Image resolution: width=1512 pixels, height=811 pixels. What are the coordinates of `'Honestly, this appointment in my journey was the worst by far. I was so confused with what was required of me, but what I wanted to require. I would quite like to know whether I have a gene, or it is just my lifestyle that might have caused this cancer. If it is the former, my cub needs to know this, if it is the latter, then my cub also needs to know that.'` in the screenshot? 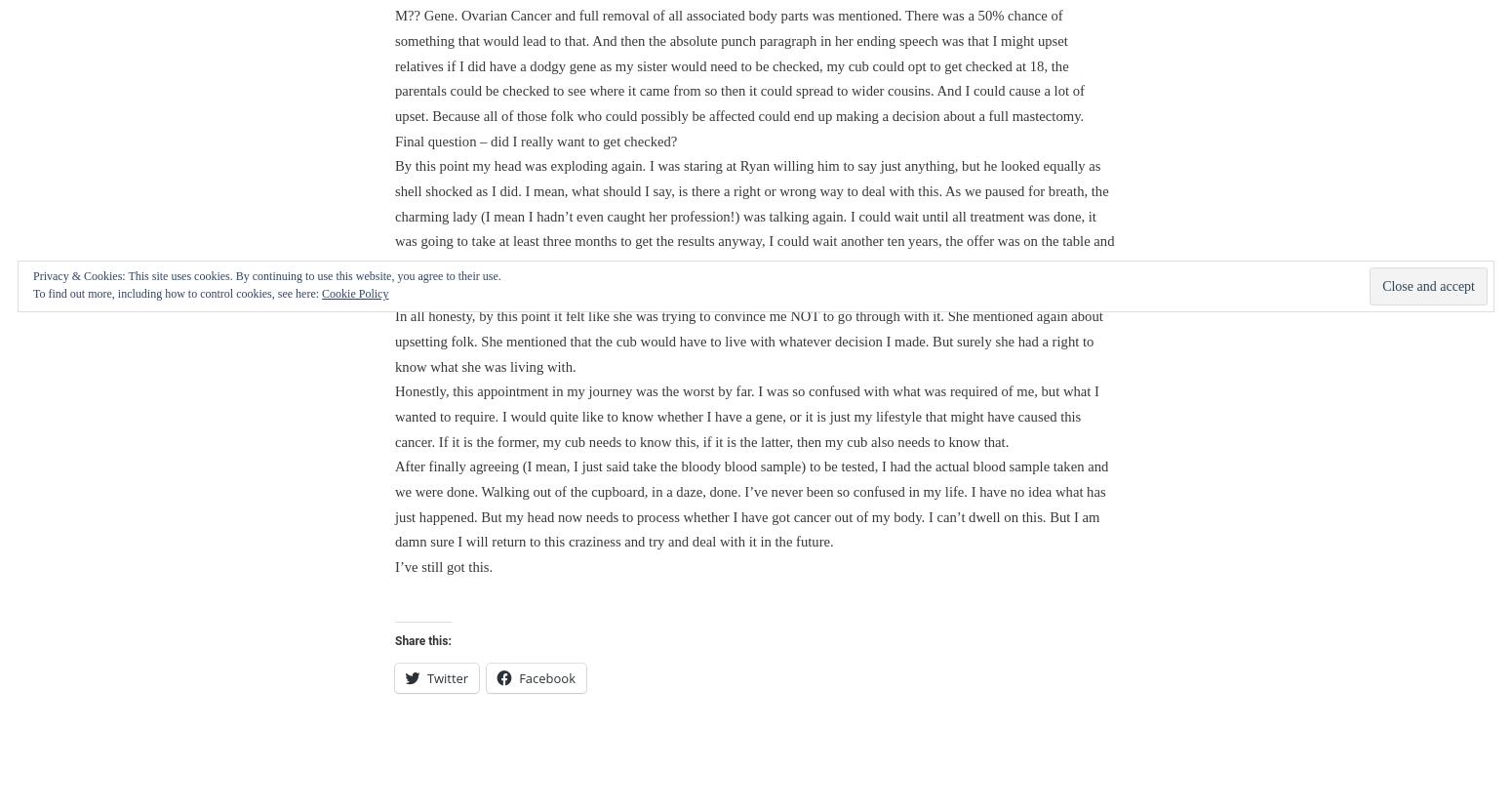 It's located at (746, 415).